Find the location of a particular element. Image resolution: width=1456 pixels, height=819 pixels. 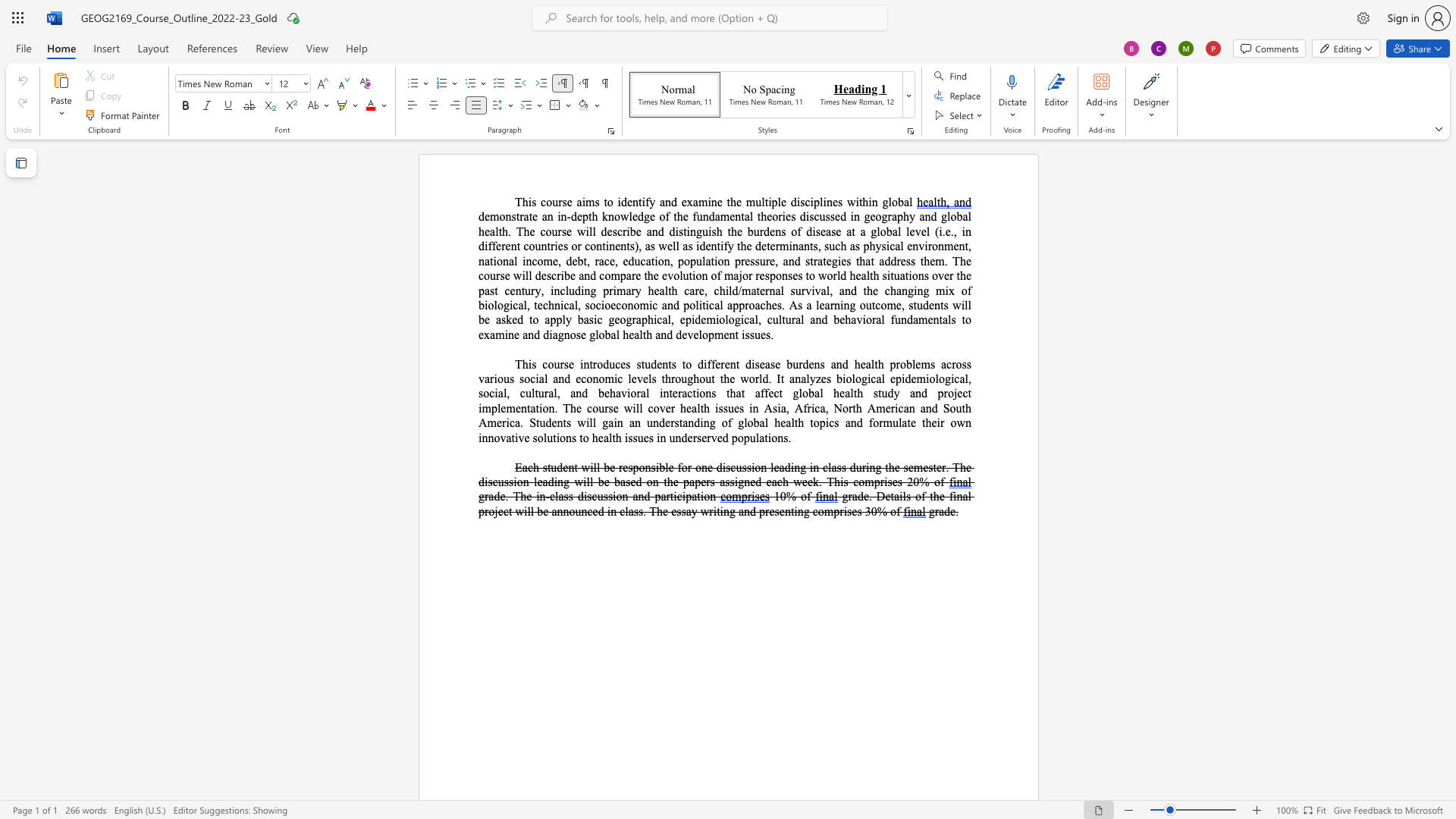

the space between the continuous character "c" and "r" in the text is located at coordinates (950, 364).